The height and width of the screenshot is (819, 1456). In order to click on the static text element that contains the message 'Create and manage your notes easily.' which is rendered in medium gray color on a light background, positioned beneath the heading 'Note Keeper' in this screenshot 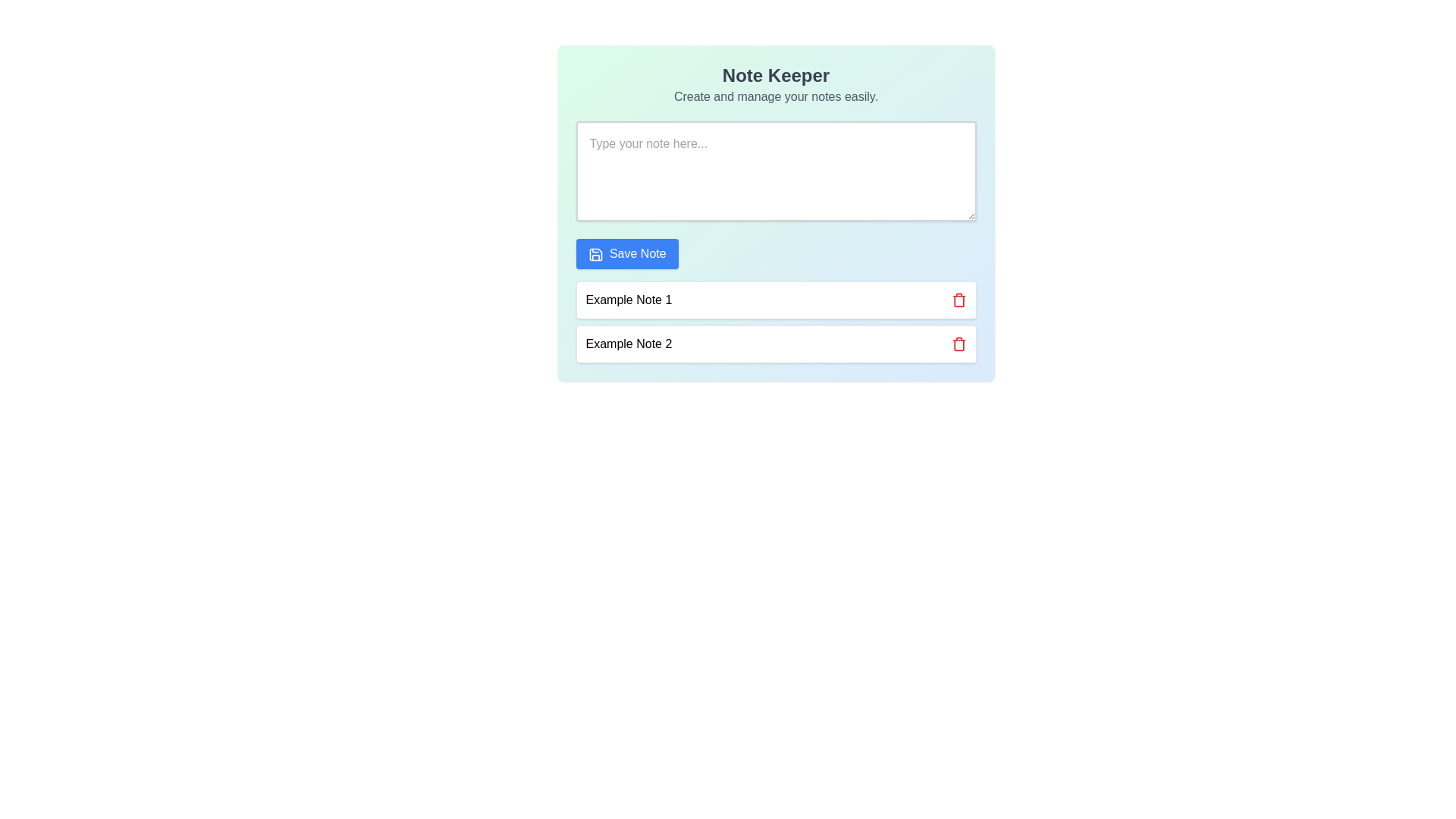, I will do `click(776, 96)`.